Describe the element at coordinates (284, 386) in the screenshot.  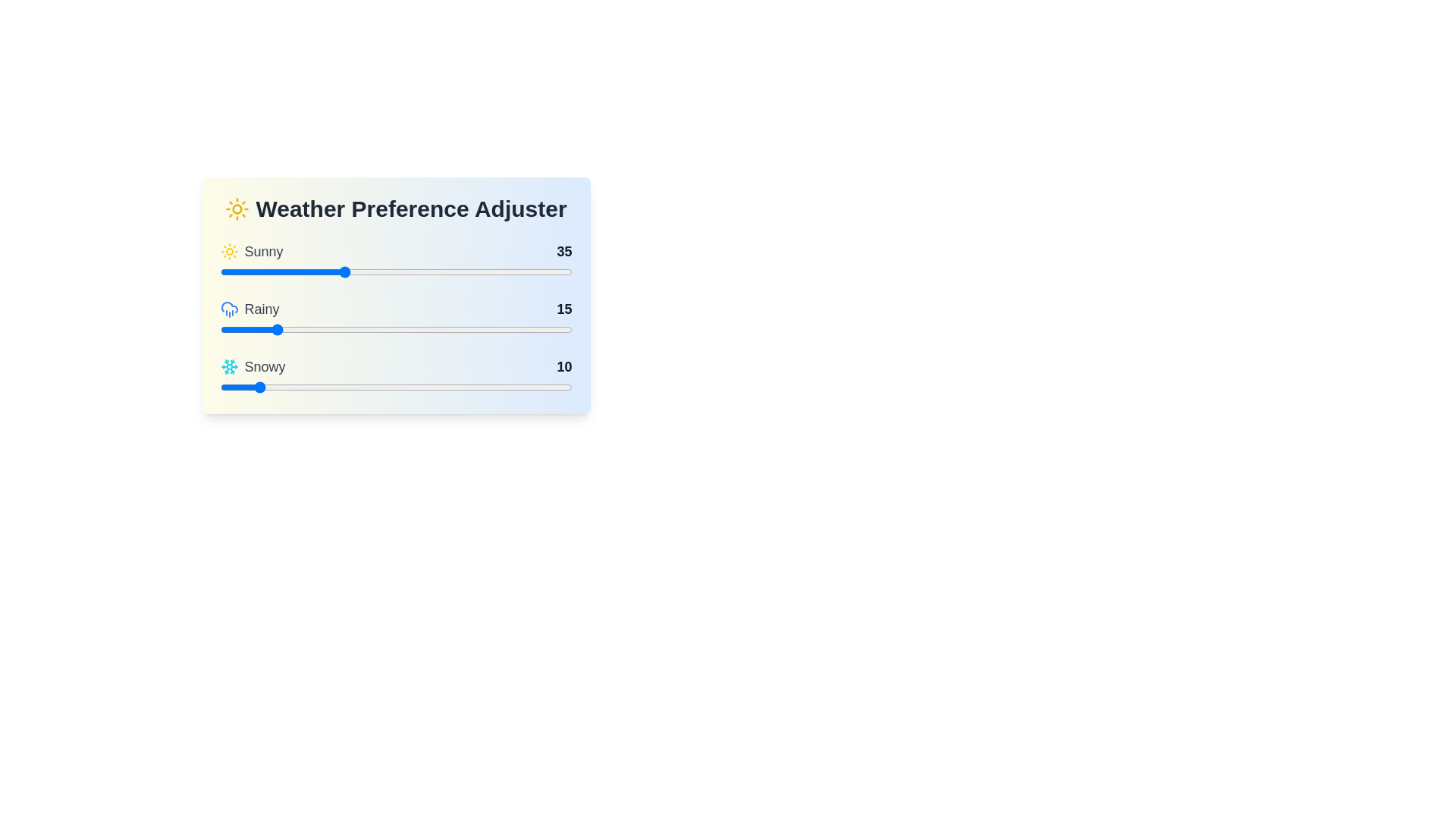
I see `the 'Snowy' slider to a value of 18` at that location.